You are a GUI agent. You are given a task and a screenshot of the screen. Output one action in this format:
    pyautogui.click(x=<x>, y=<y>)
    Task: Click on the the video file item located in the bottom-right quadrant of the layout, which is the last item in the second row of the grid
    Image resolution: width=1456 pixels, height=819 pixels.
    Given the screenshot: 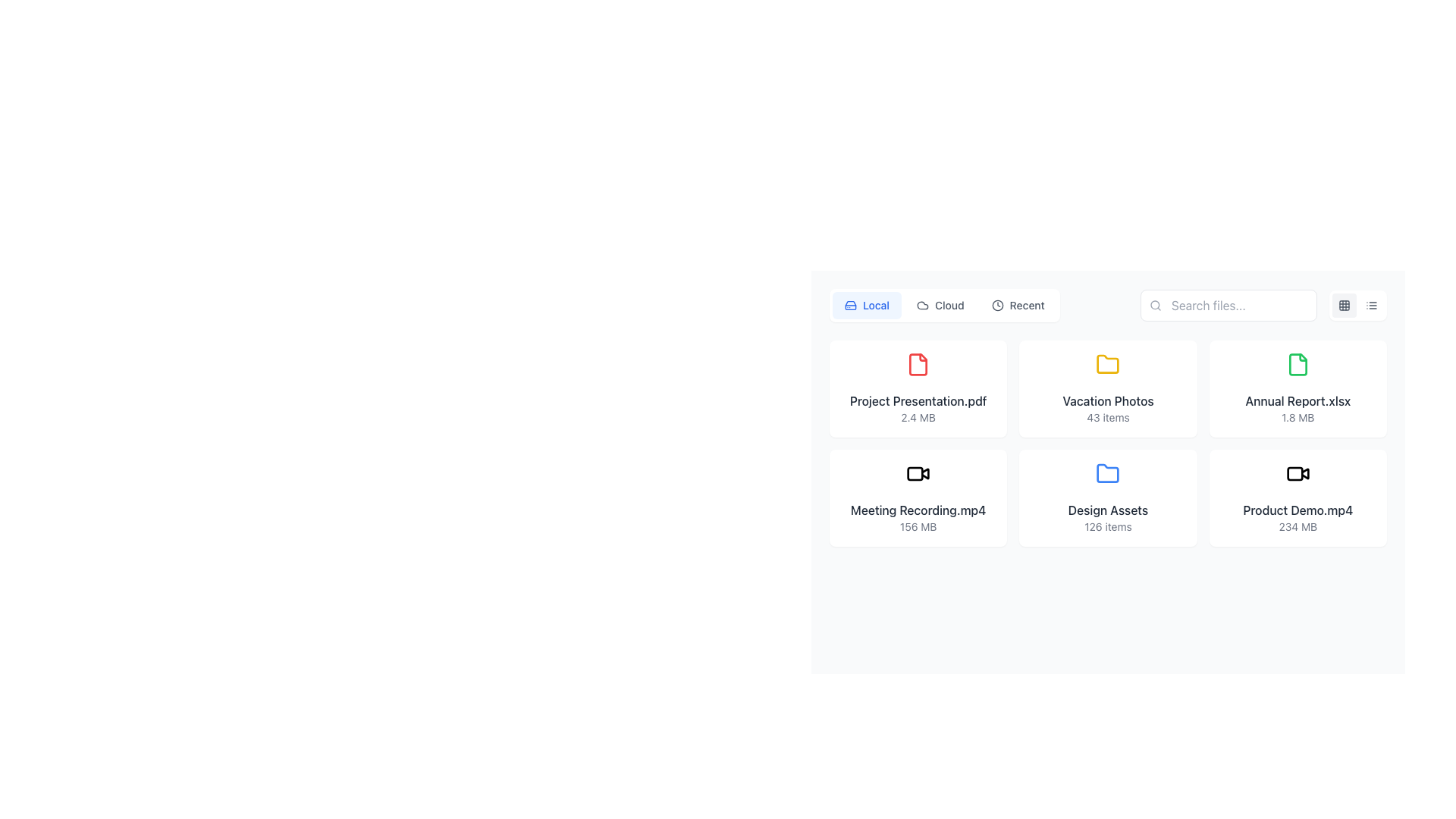 What is the action you would take?
    pyautogui.click(x=1297, y=497)
    